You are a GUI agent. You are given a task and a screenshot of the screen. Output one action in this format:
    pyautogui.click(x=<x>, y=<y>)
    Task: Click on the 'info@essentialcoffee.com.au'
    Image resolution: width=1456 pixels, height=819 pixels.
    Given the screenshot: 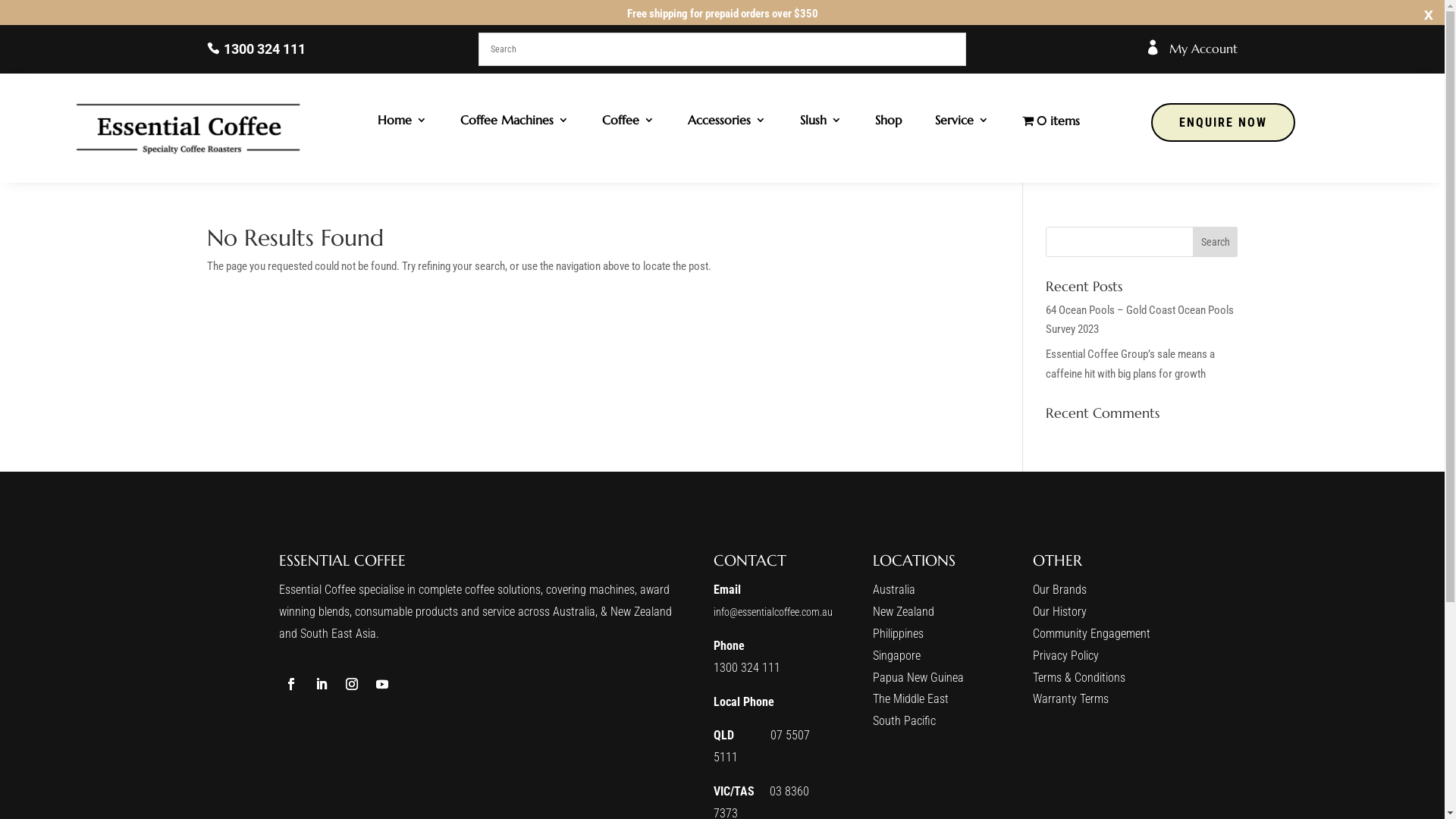 What is the action you would take?
    pyautogui.click(x=773, y=610)
    